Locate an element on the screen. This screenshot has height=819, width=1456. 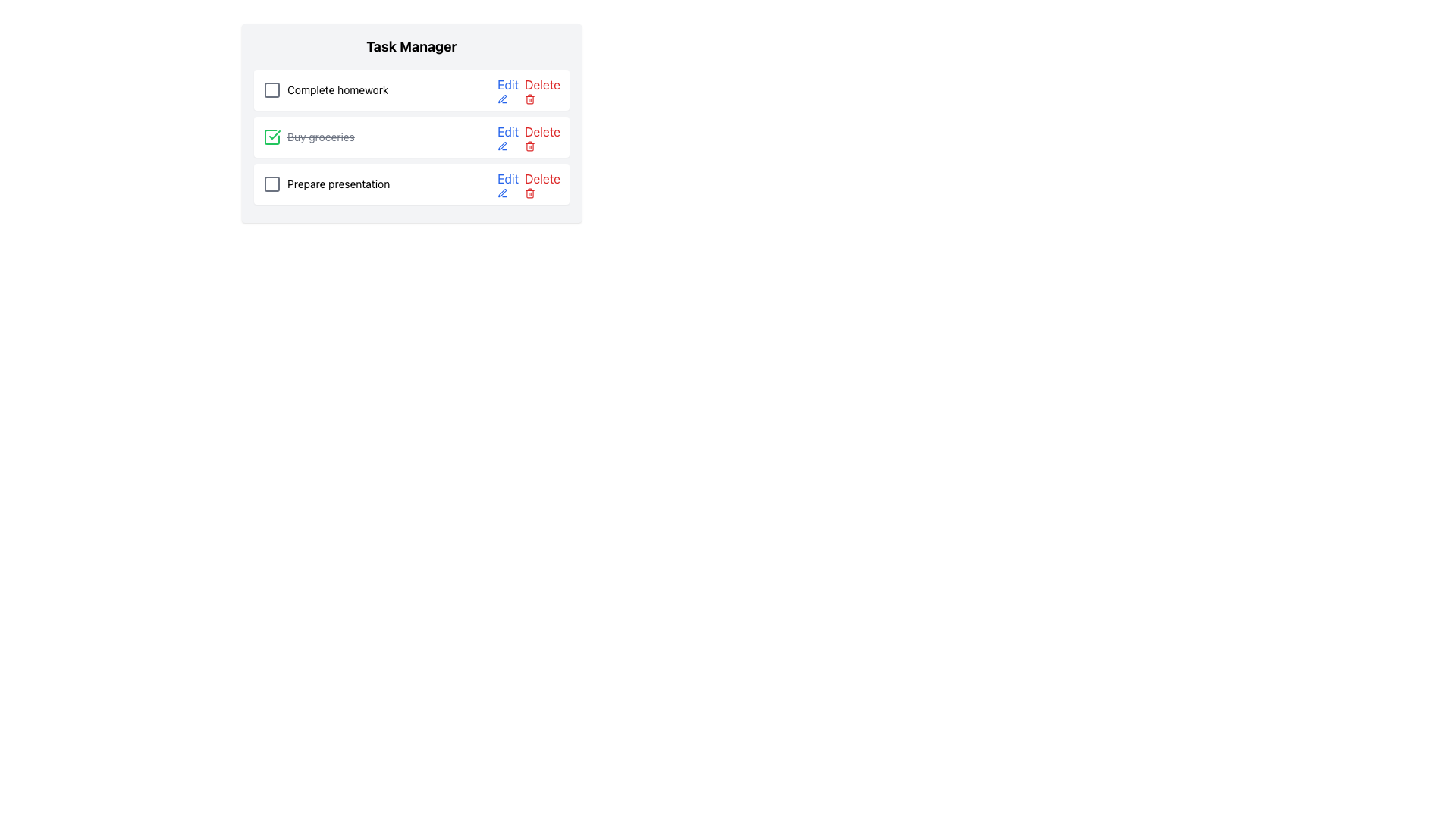
the edit icon located to the left of the 'Edit' text for the 'Buy groceries' task in the task list is located at coordinates (503, 146).